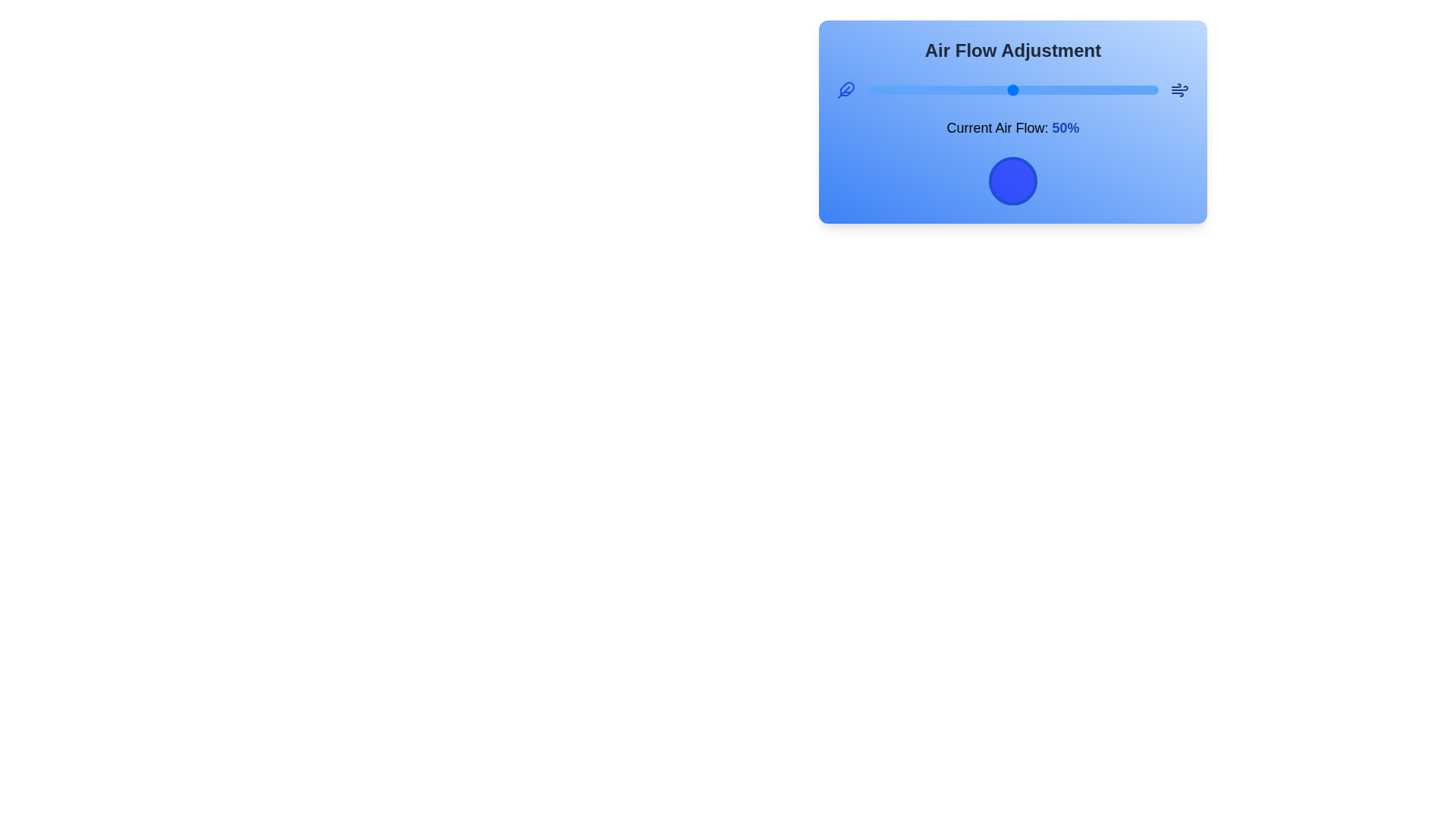 This screenshot has width=1456, height=819. Describe the element at coordinates (1025, 90) in the screenshot. I see `the air flow to 54% using the slider` at that location.